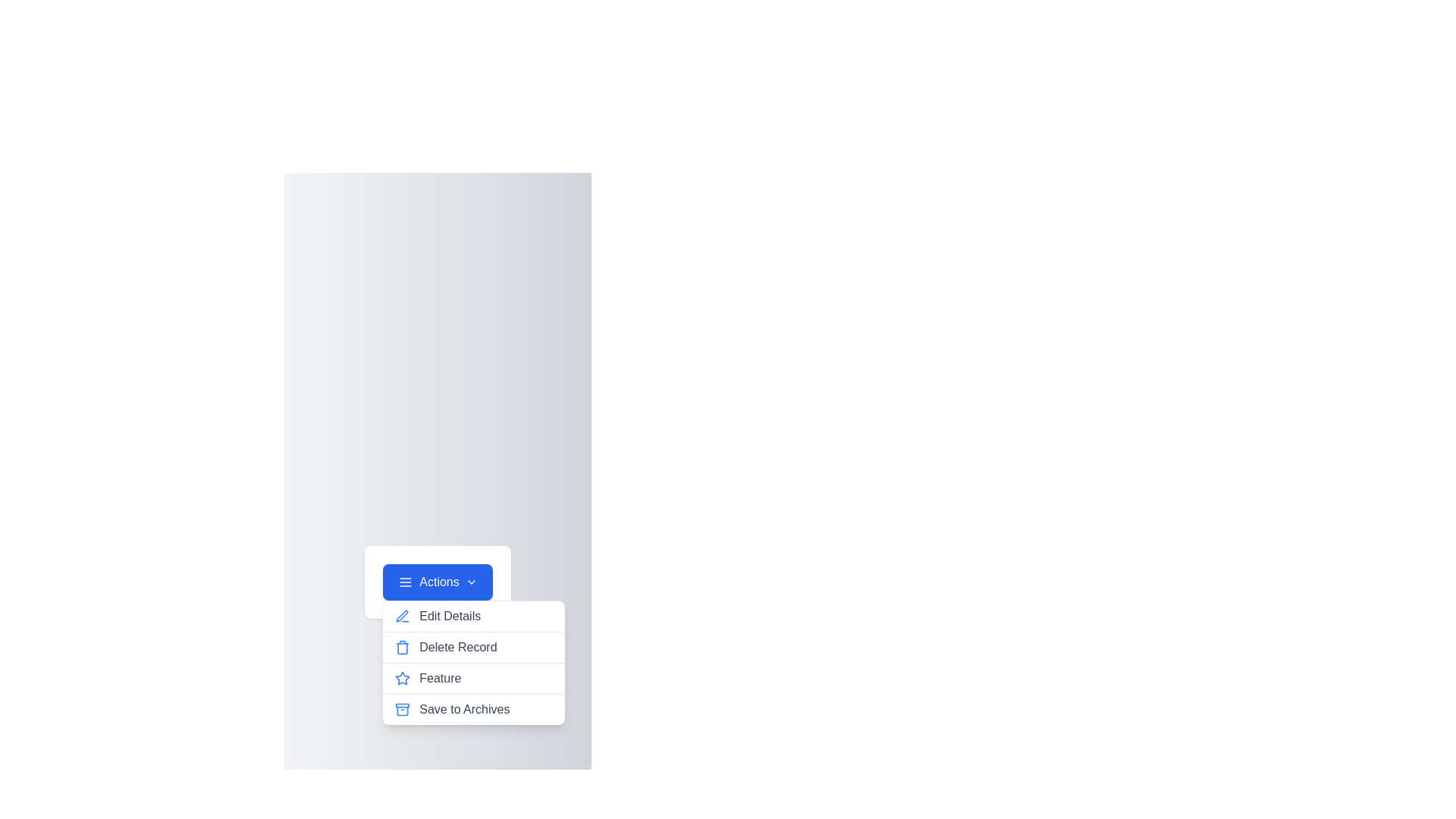 Image resolution: width=1456 pixels, height=819 pixels. Describe the element at coordinates (472, 647) in the screenshot. I see `the option Delete Record from the dropdown menu` at that location.